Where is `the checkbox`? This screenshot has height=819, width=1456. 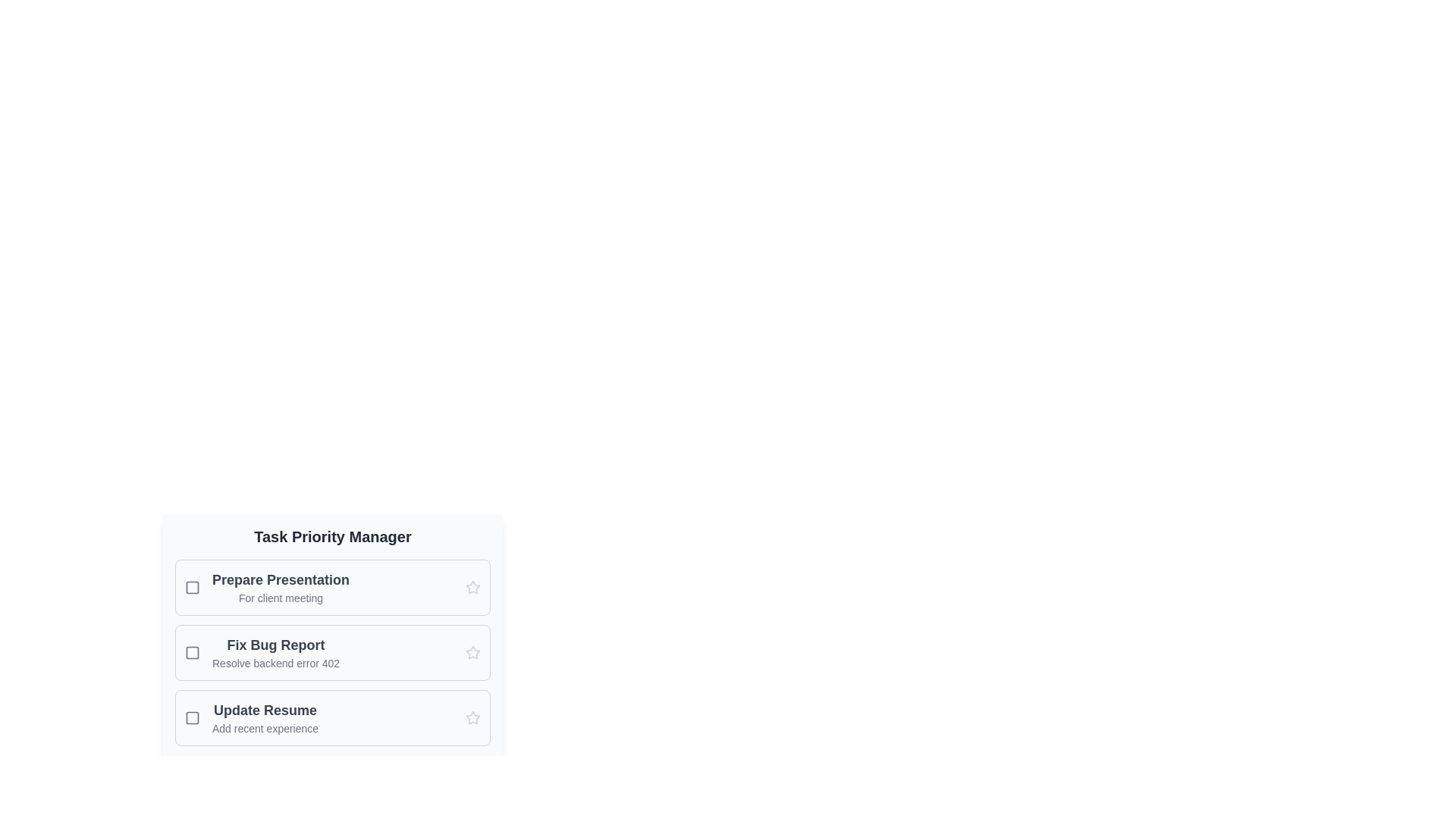 the checkbox is located at coordinates (192, 651).